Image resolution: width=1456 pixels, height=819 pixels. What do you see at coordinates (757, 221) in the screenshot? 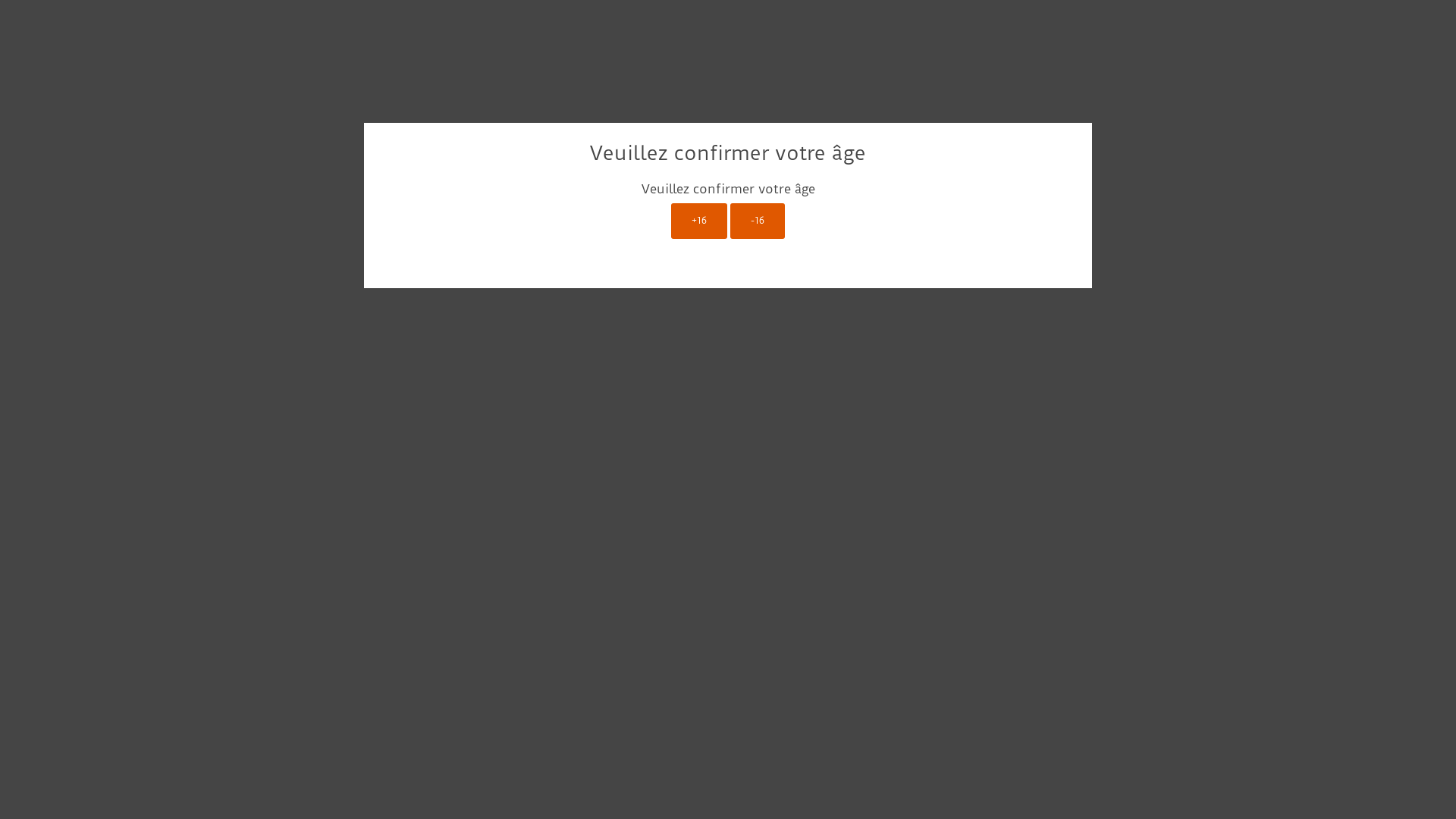
I see `'-16'` at bounding box center [757, 221].